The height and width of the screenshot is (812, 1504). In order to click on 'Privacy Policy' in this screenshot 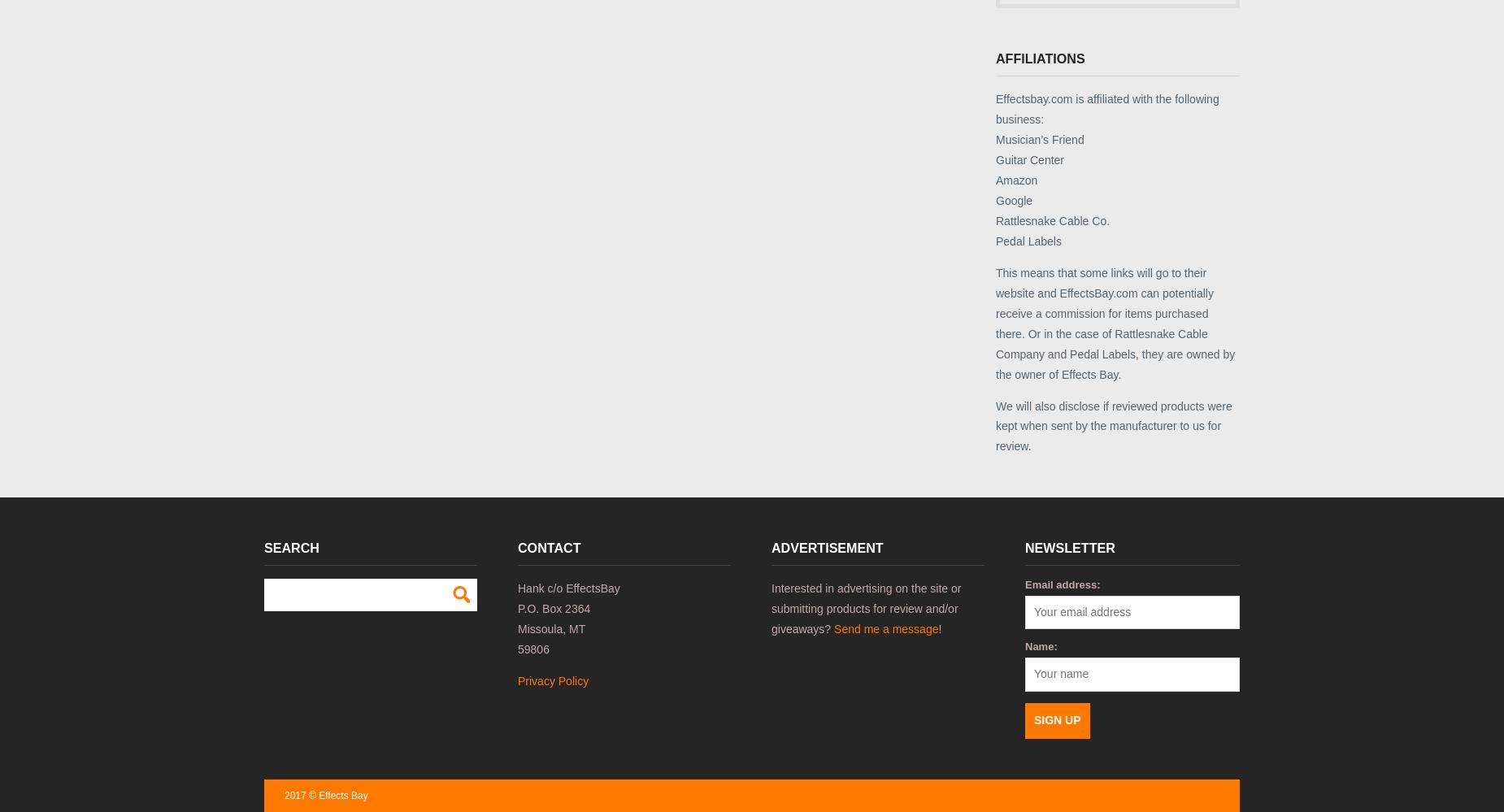, I will do `click(553, 679)`.